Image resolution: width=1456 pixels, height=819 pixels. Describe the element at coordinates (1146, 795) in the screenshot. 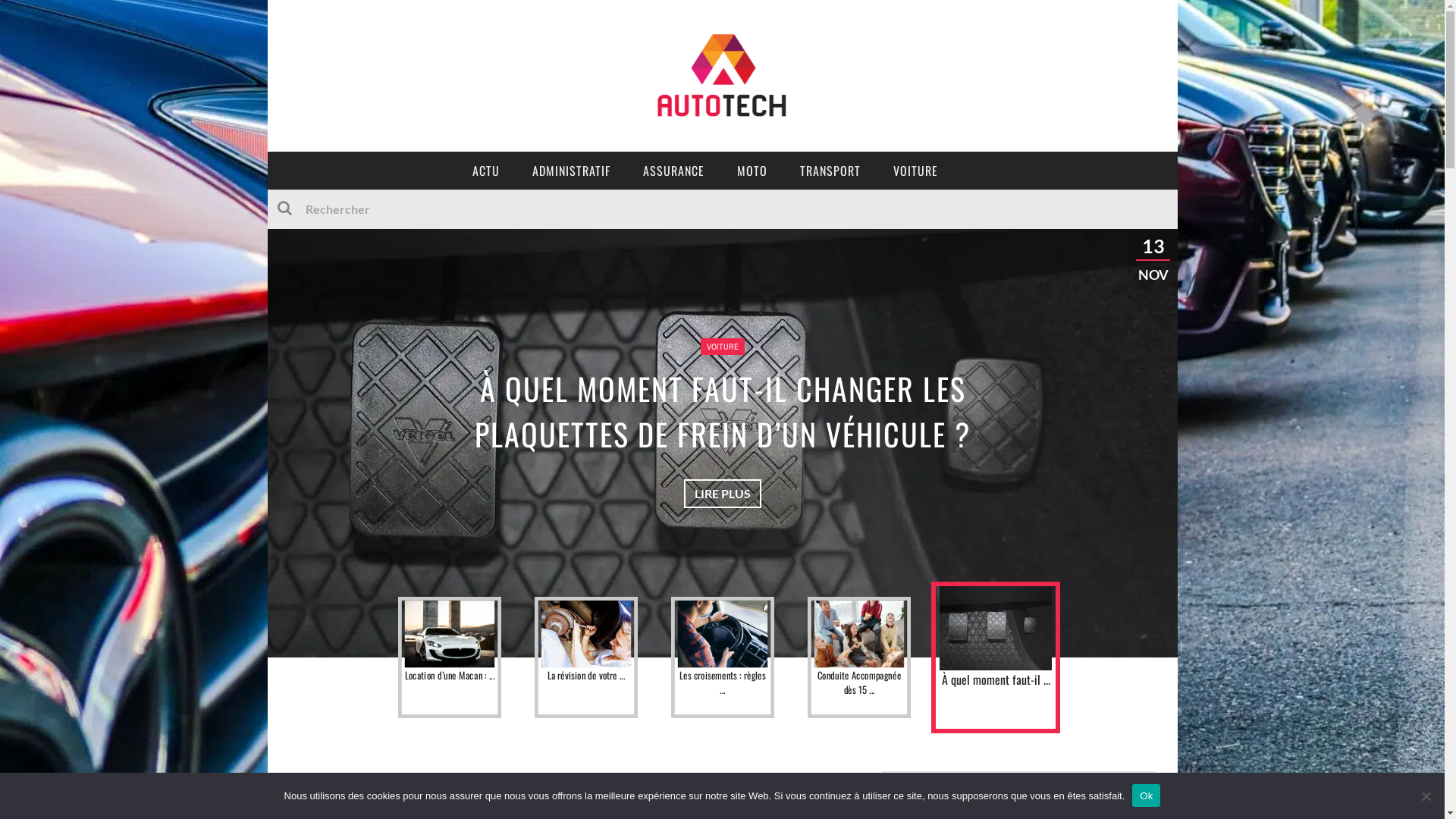

I see `'Ok'` at that location.